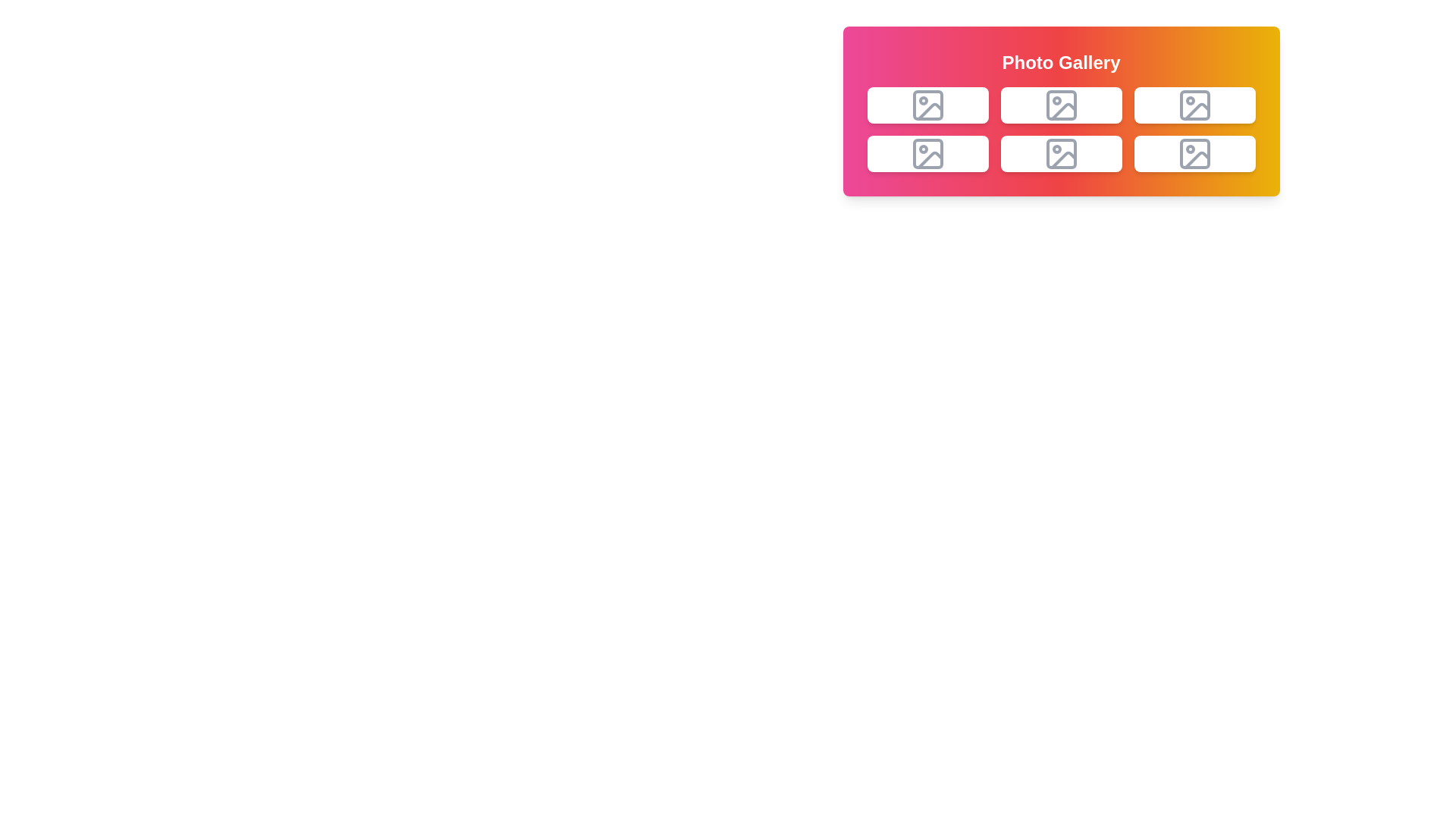 This screenshot has height=819, width=1456. What do you see at coordinates (1060, 154) in the screenshot?
I see `the image placeholder icon located in the second row, third column of the grid in the 'Photo Gallery' section` at bounding box center [1060, 154].